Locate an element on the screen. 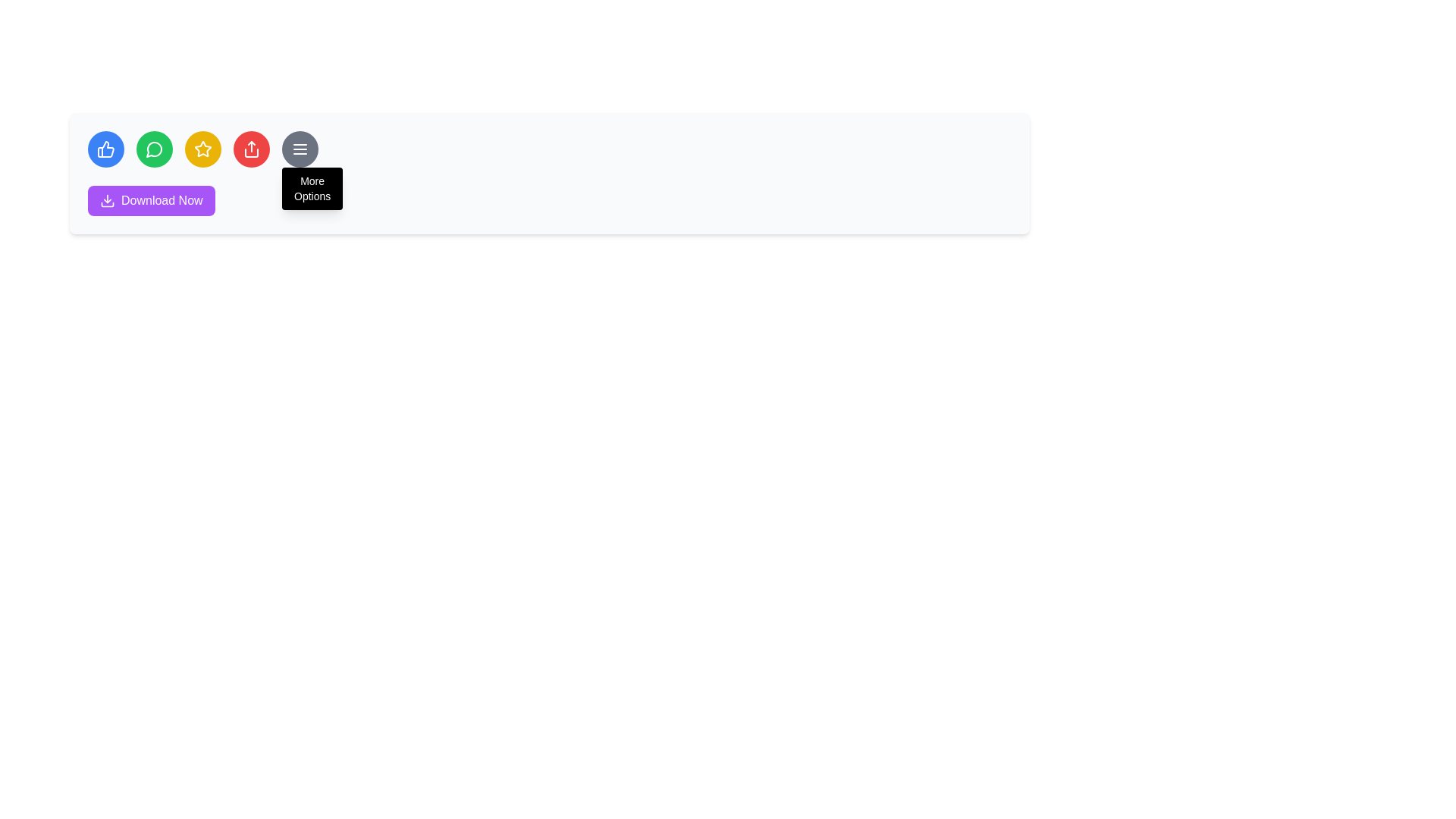 The image size is (1456, 819). the bottom part of the download arrow icon, which visually represents the horizontal line of the graphic within the SVG icon is located at coordinates (107, 205).